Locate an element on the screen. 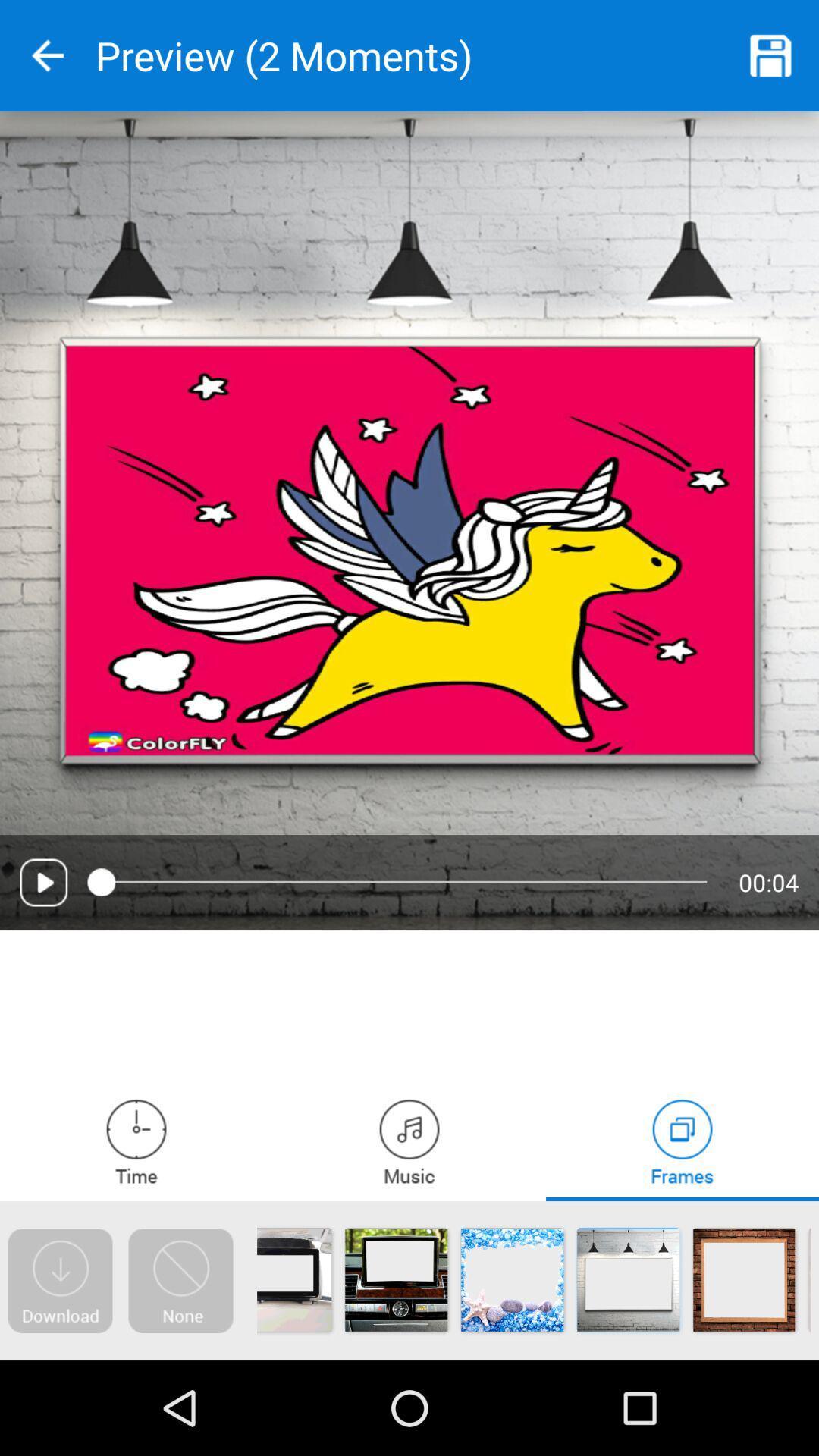 Image resolution: width=819 pixels, height=1456 pixels. the play icon is located at coordinates (42, 882).